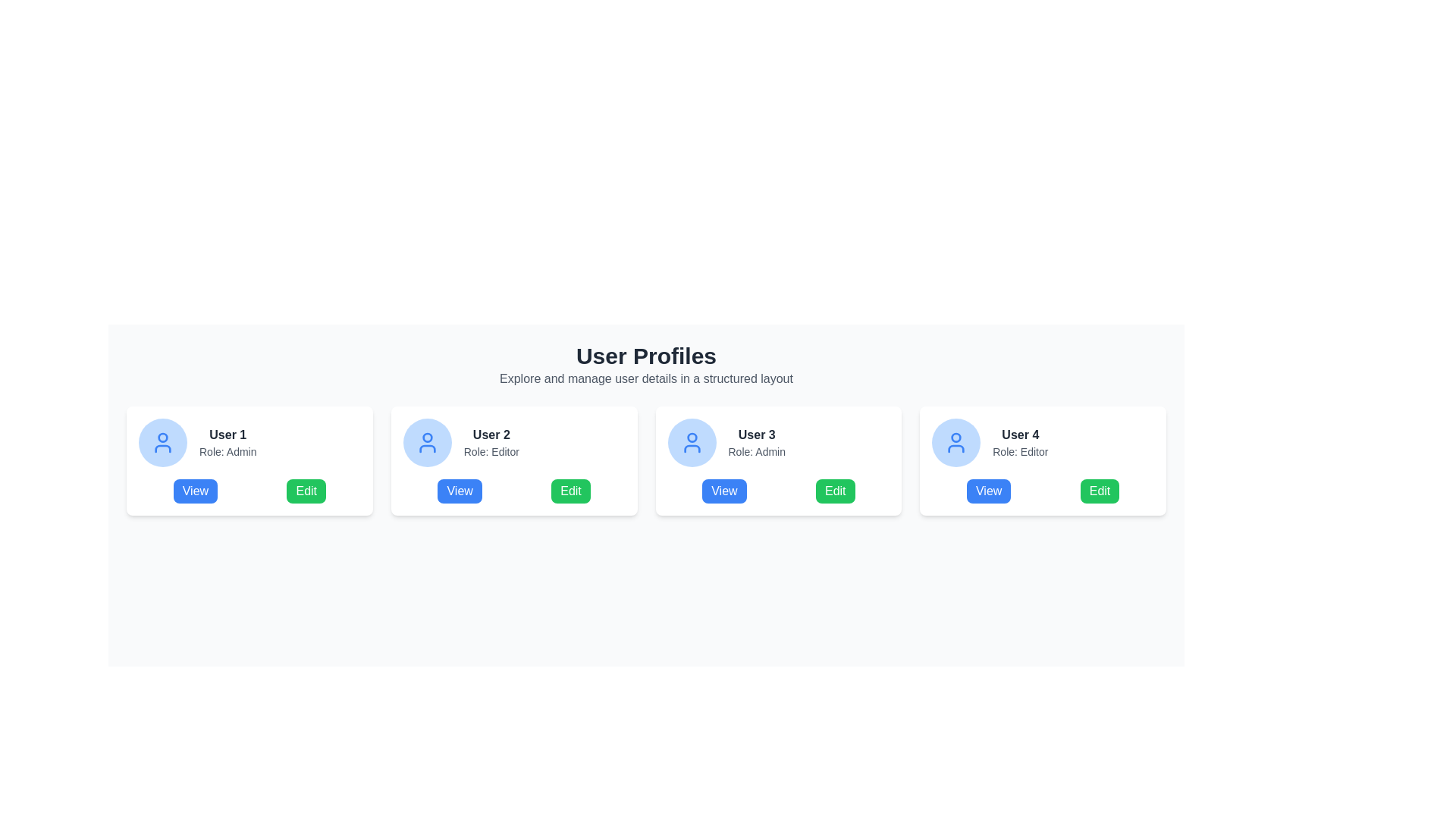 The width and height of the screenshot is (1456, 819). What do you see at coordinates (723, 491) in the screenshot?
I see `the button for User 3, located in the user card below the role information` at bounding box center [723, 491].